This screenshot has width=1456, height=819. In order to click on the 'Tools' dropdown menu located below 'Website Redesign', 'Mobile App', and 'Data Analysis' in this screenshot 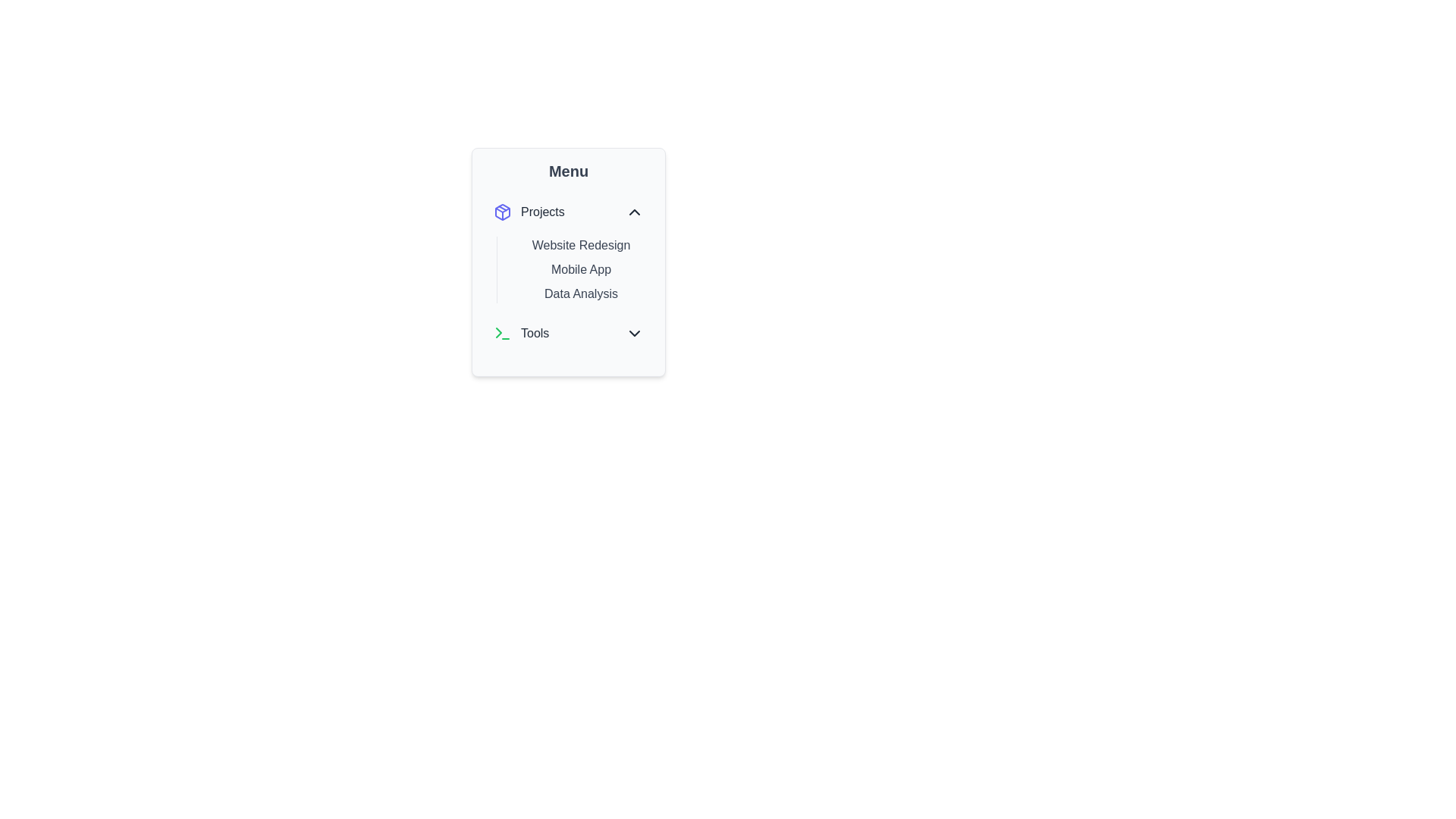, I will do `click(567, 332)`.